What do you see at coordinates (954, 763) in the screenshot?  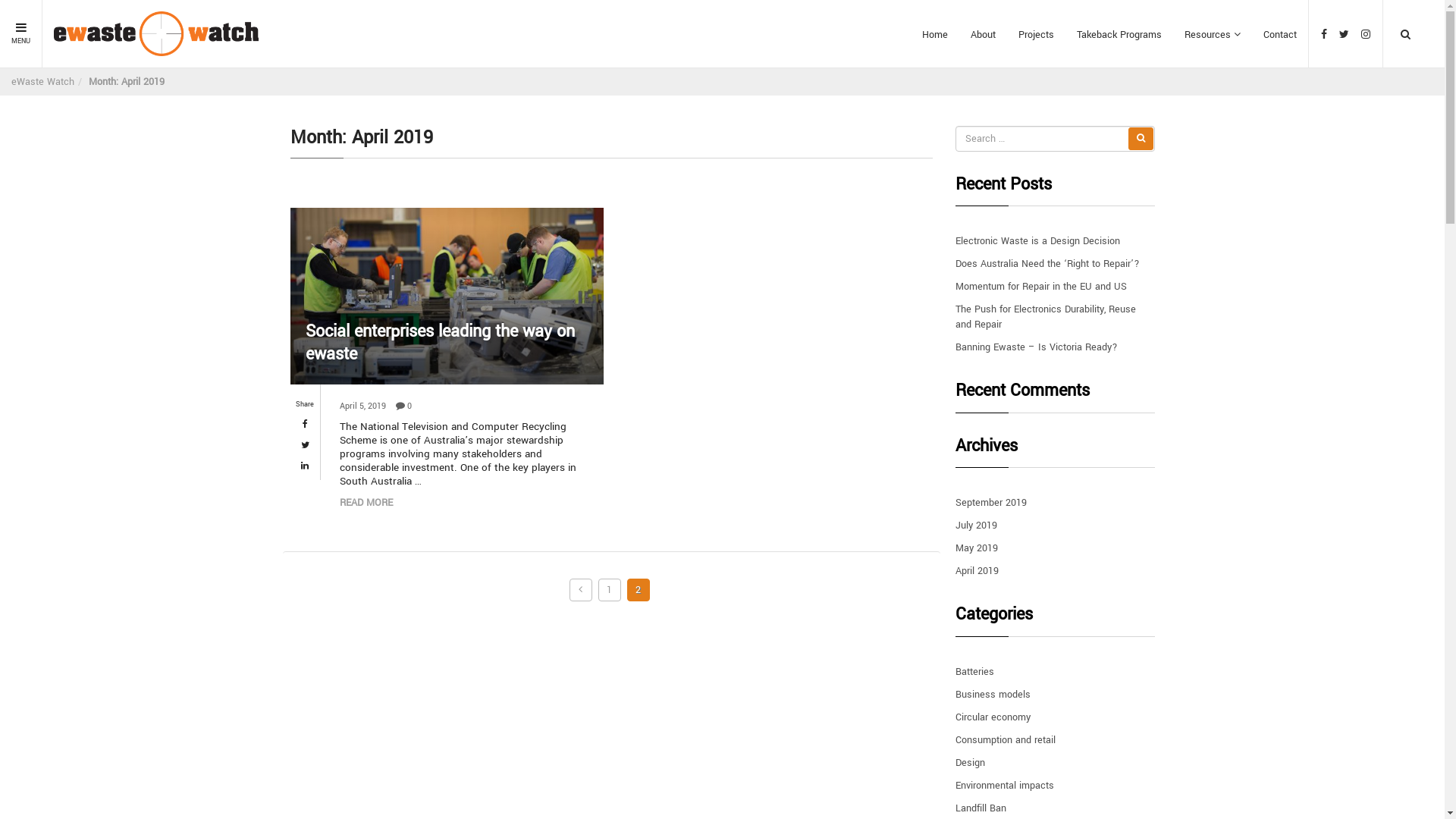 I see `'Design'` at bounding box center [954, 763].